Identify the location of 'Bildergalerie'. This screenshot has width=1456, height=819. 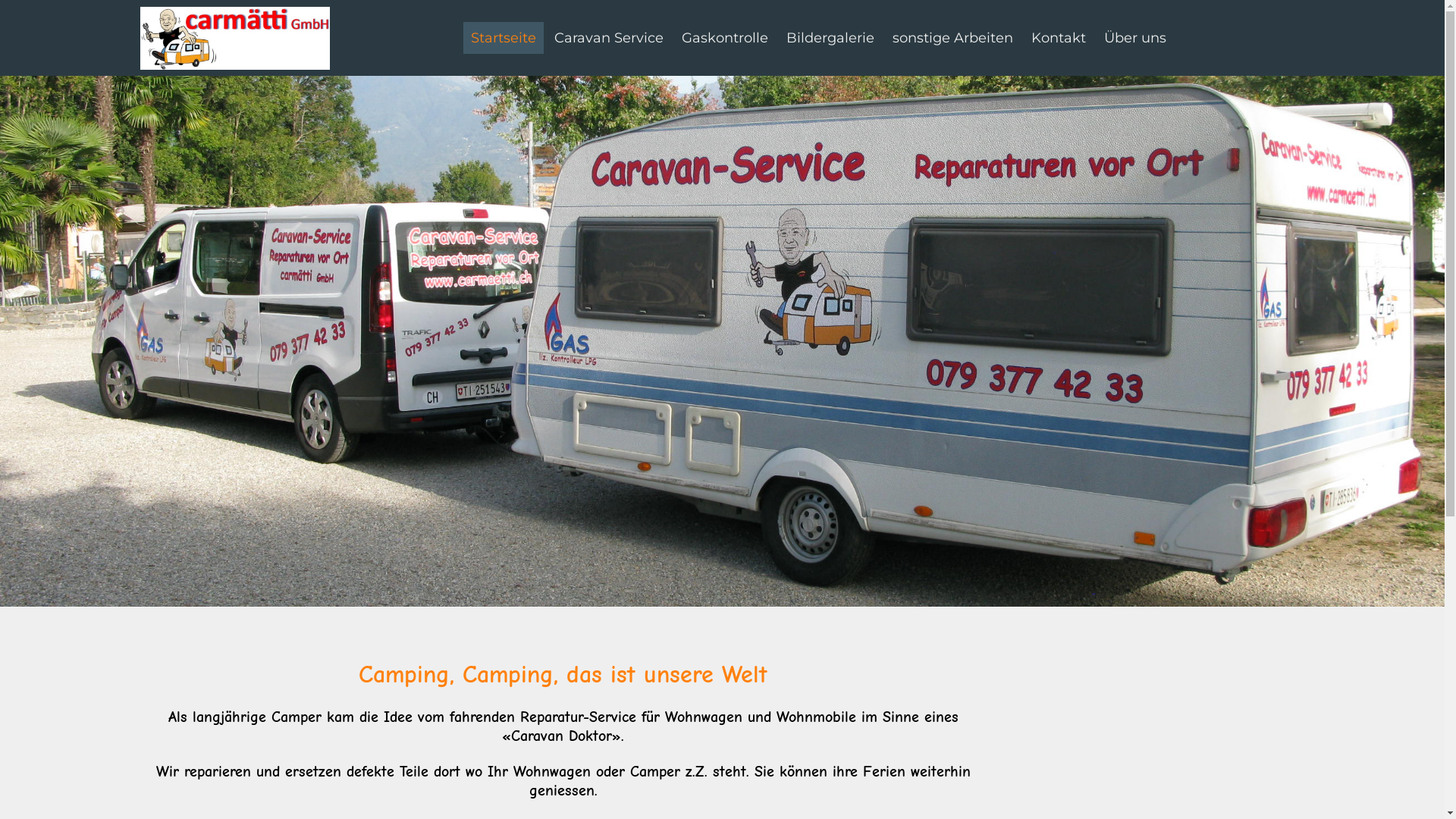
(829, 37).